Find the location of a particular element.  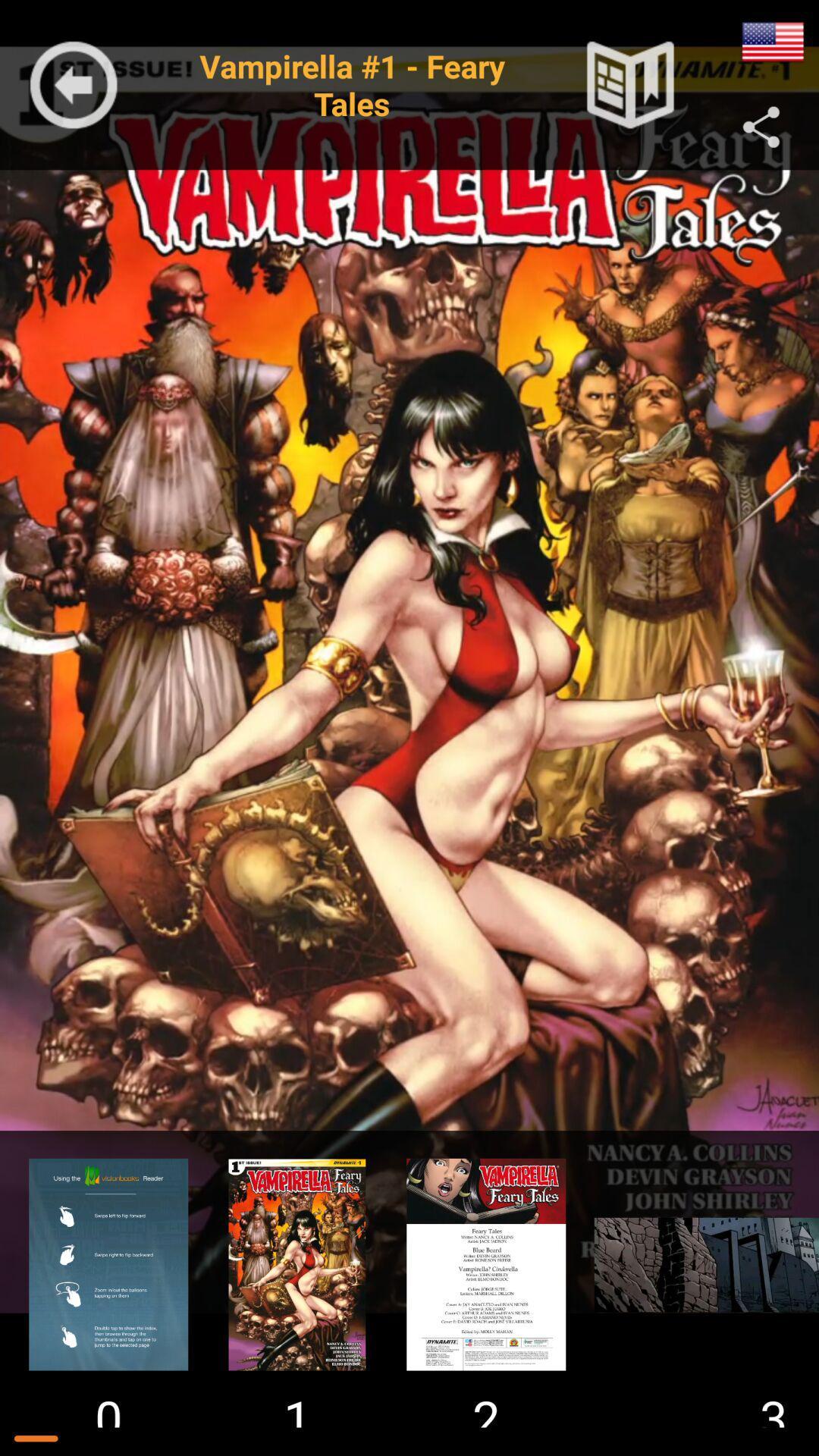

image is located at coordinates (699, 1264).